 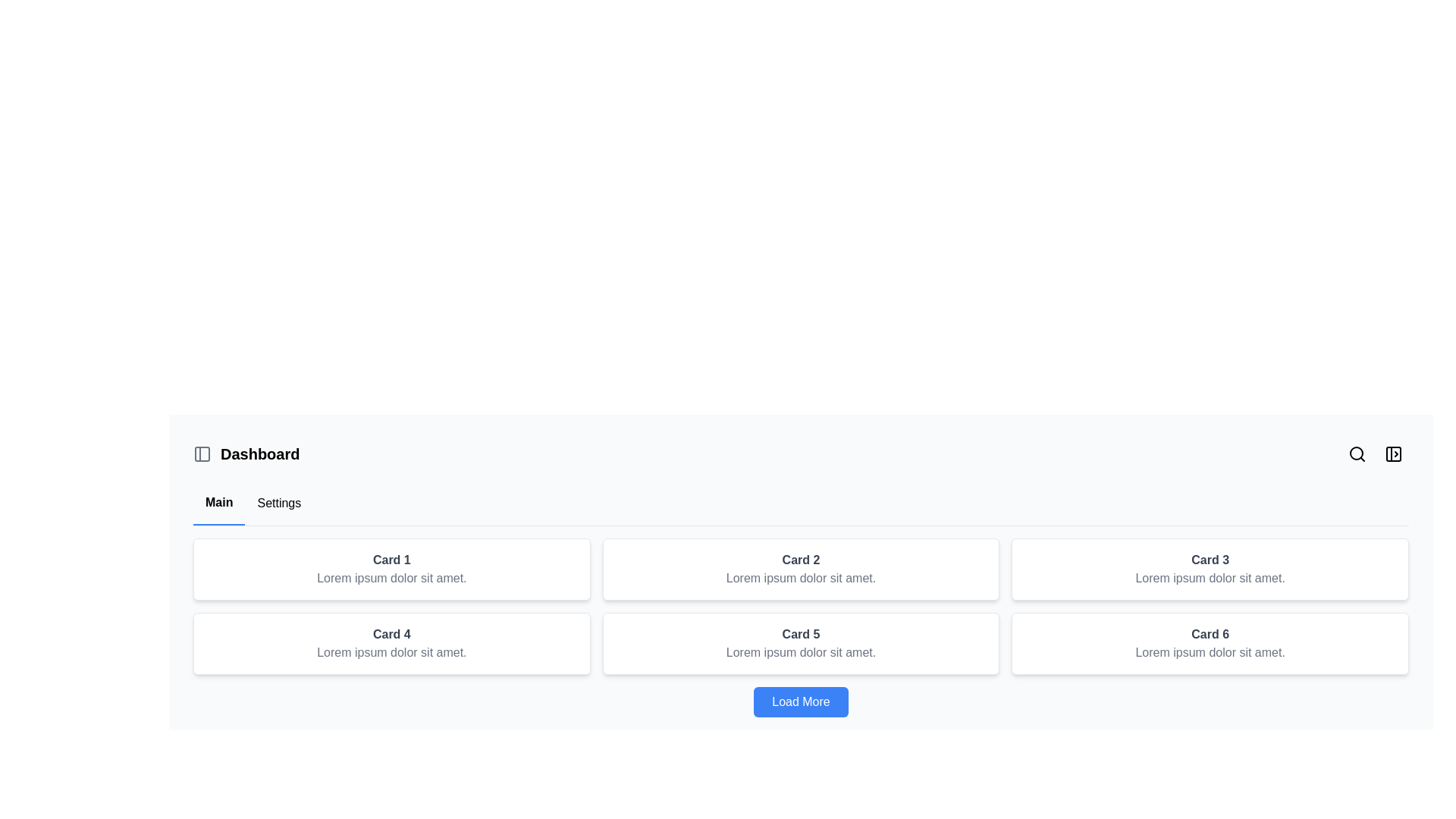 What do you see at coordinates (391, 651) in the screenshot?
I see `the text string that reads 'Lorem ipsum dolor sit amet.' located in the lower portion of 'Card 4'` at bounding box center [391, 651].